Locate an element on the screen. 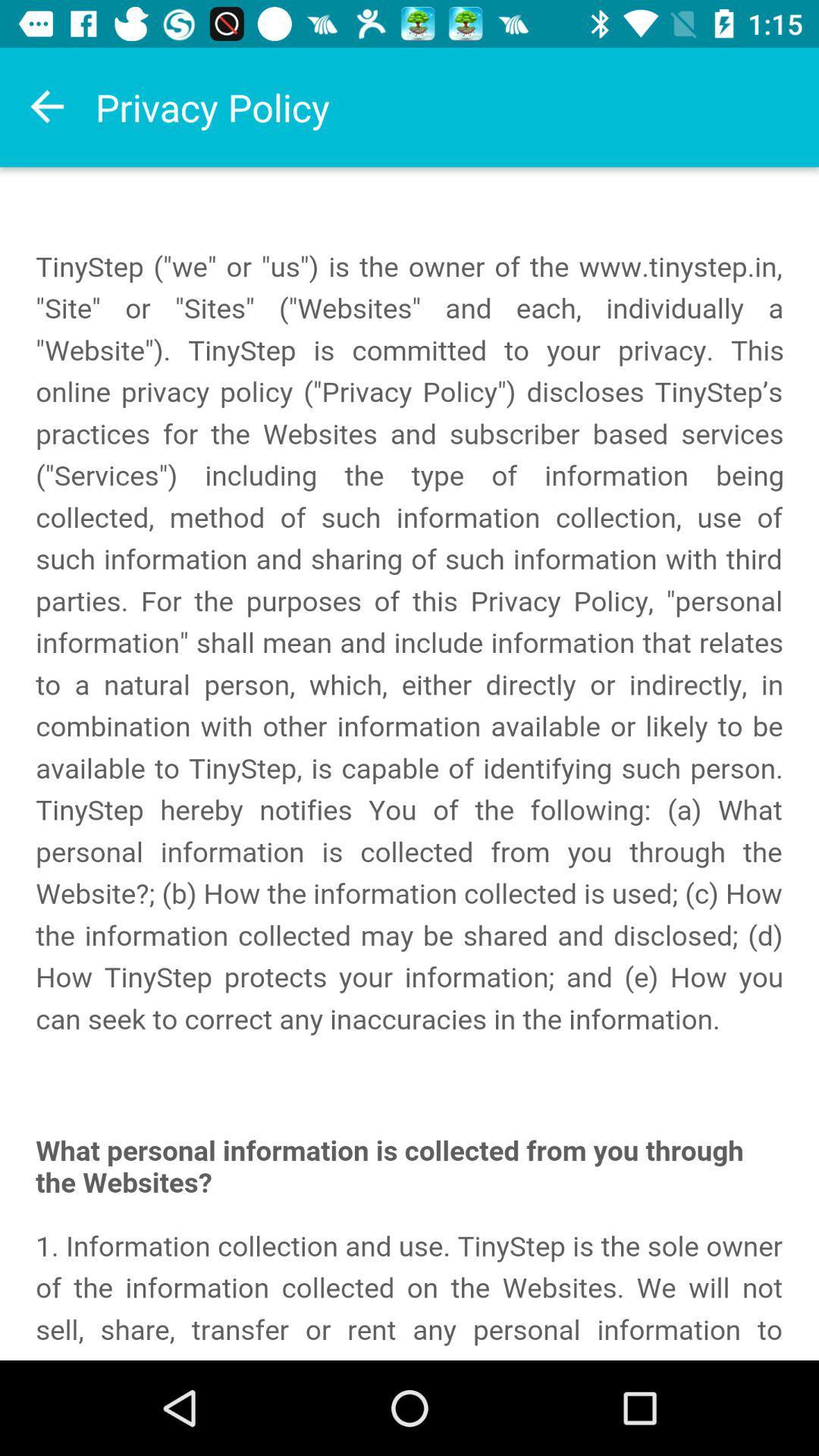  previous page is located at coordinates (46, 106).